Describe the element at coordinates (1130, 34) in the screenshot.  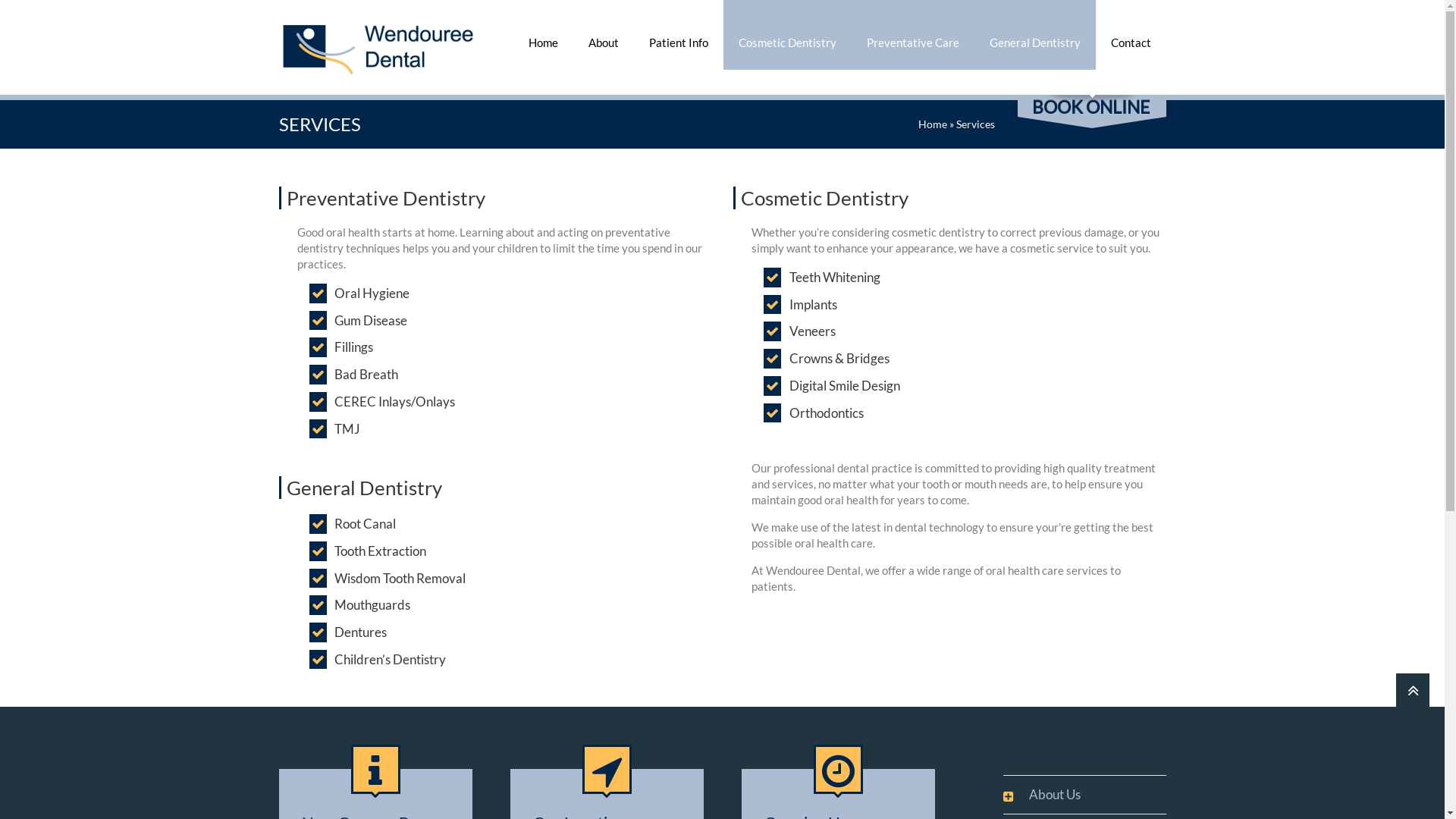
I see `'Contact'` at that location.